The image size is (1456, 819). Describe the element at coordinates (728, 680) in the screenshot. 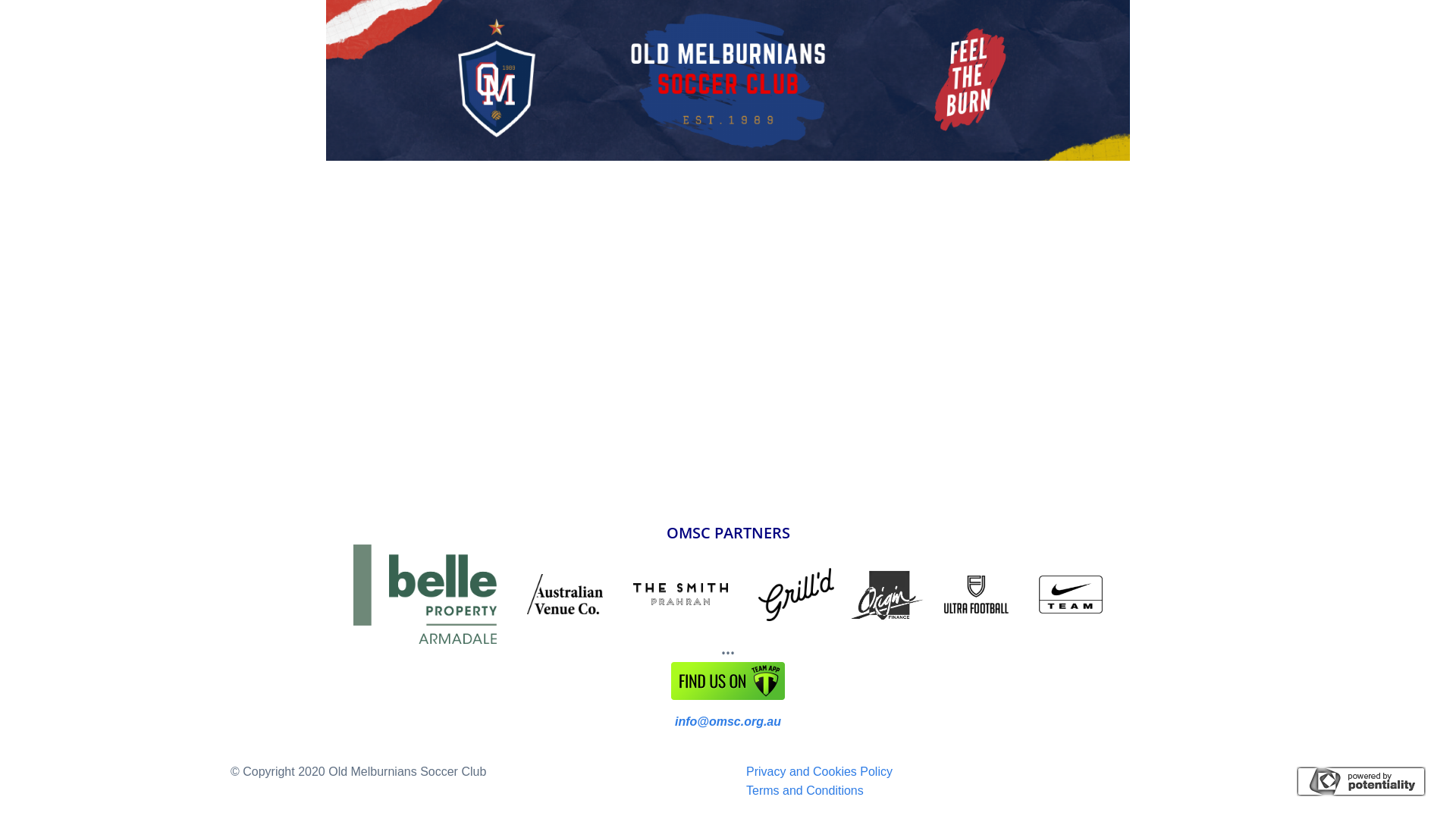

I see `'Find us on Team App'` at that location.